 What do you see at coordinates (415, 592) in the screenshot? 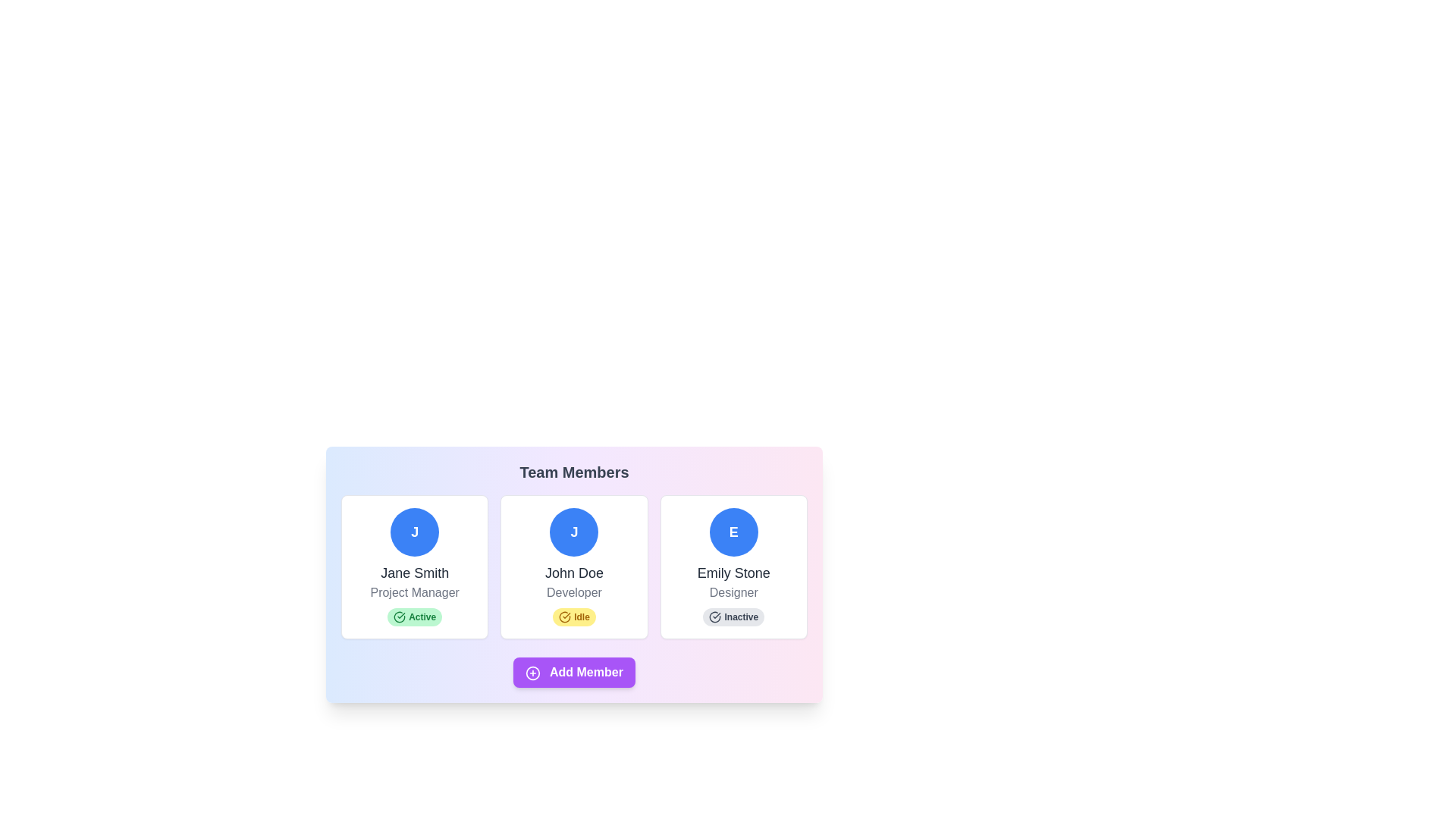
I see `the text label indicating the role or title (Project Manager) associated with Jane Smith, located centrally within Jane Smith's card, beneath the name and above the status indicator badge` at bounding box center [415, 592].